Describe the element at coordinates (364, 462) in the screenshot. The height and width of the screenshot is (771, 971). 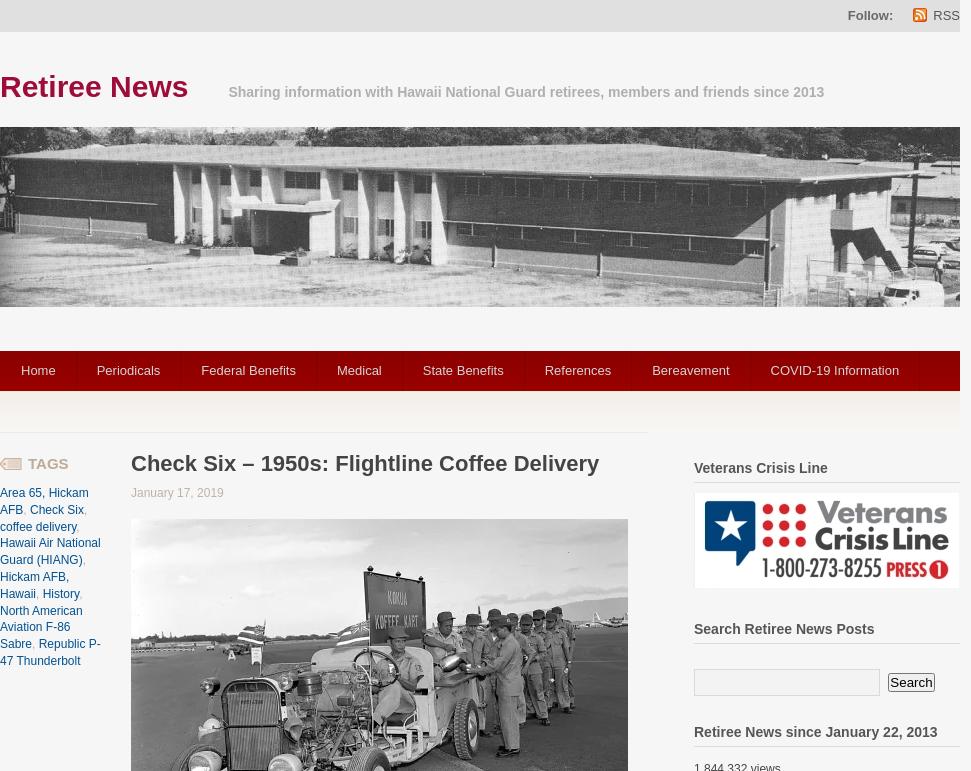
I see `'Check Six – 1950s: Flightline Coffee Delivery'` at that location.